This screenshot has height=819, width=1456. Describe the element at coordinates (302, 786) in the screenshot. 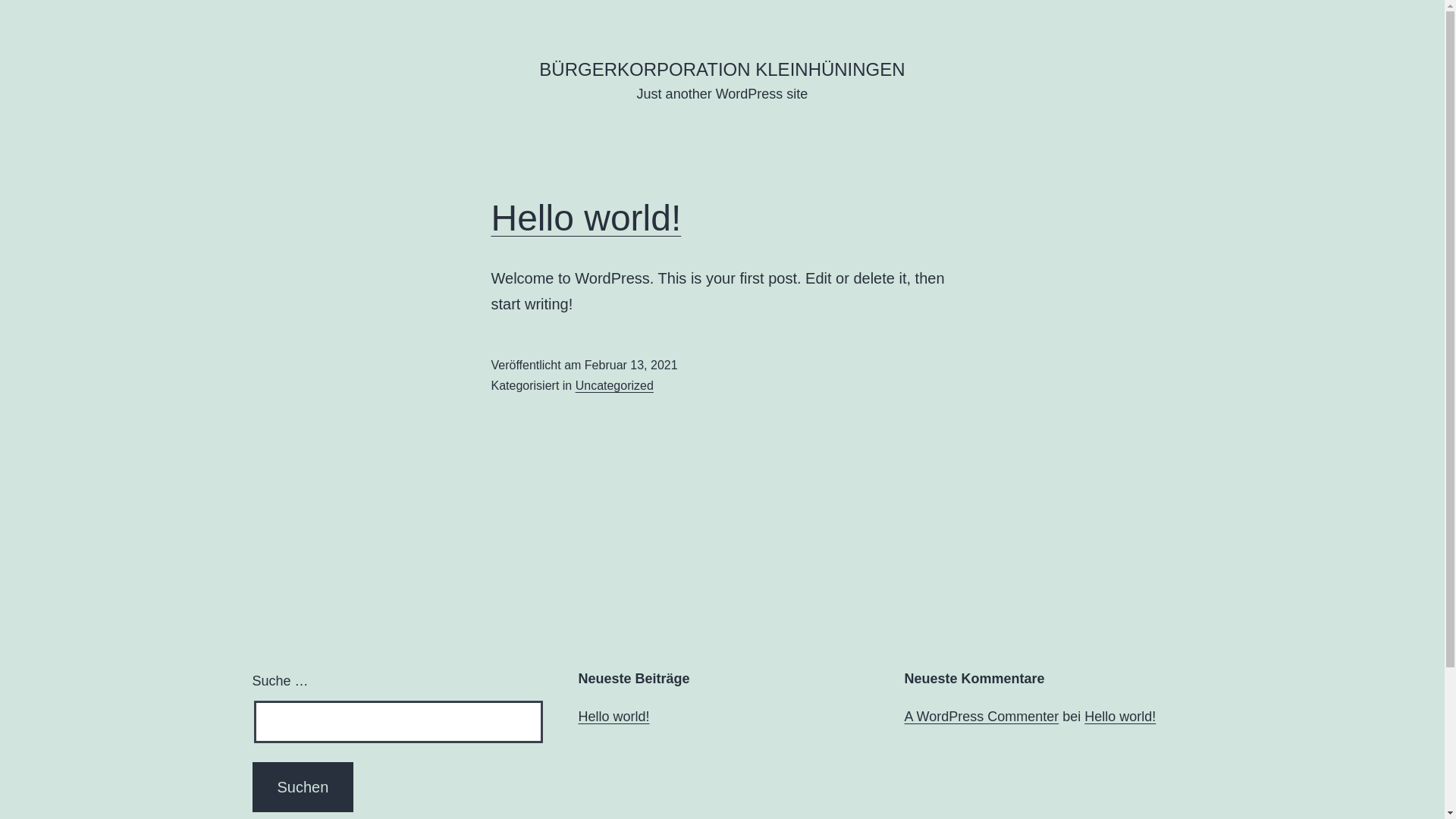

I see `'Suchen'` at that location.